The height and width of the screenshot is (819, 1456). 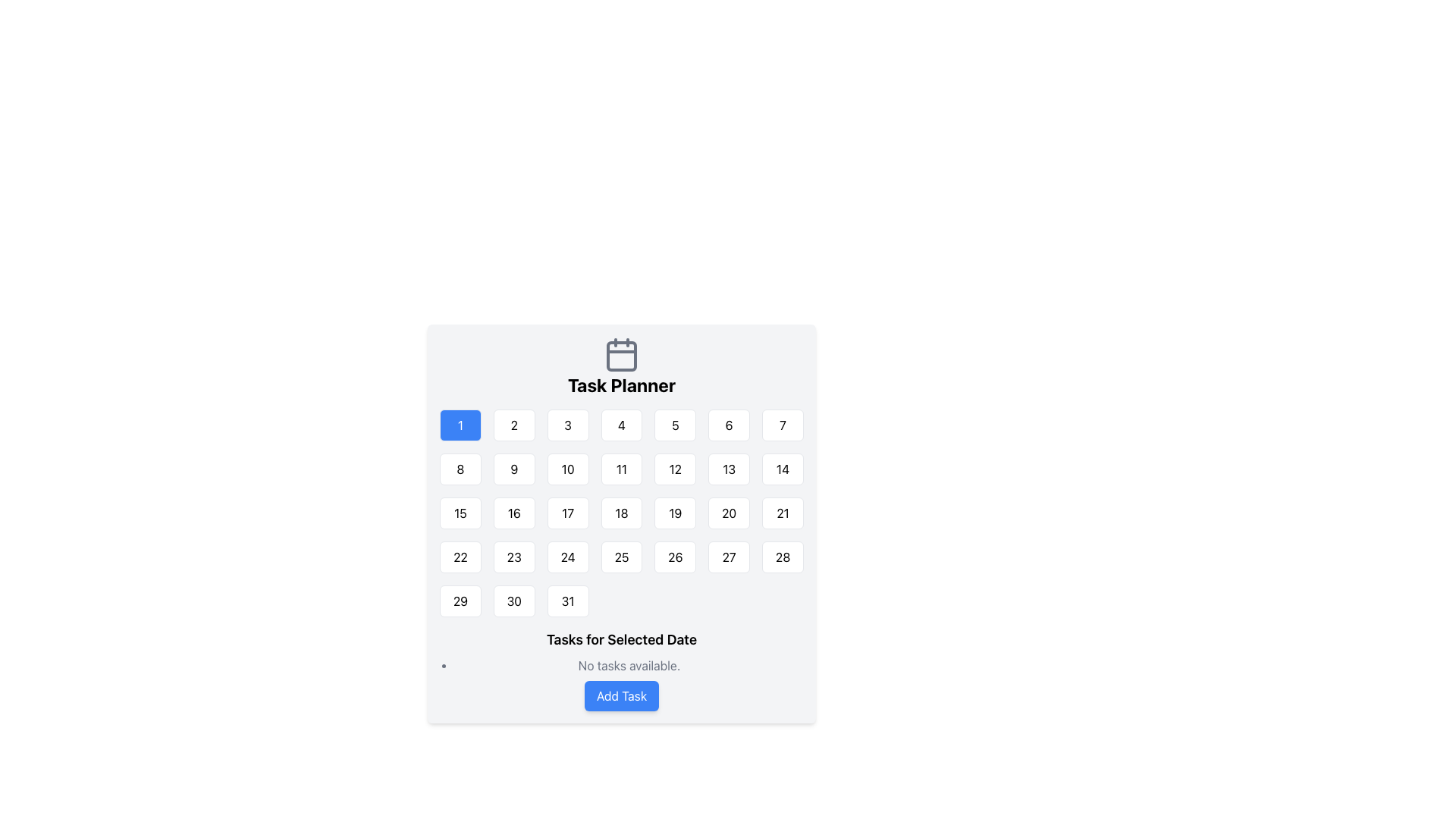 I want to click on the date selection button for '31' in the calendar interface, so click(x=567, y=601).